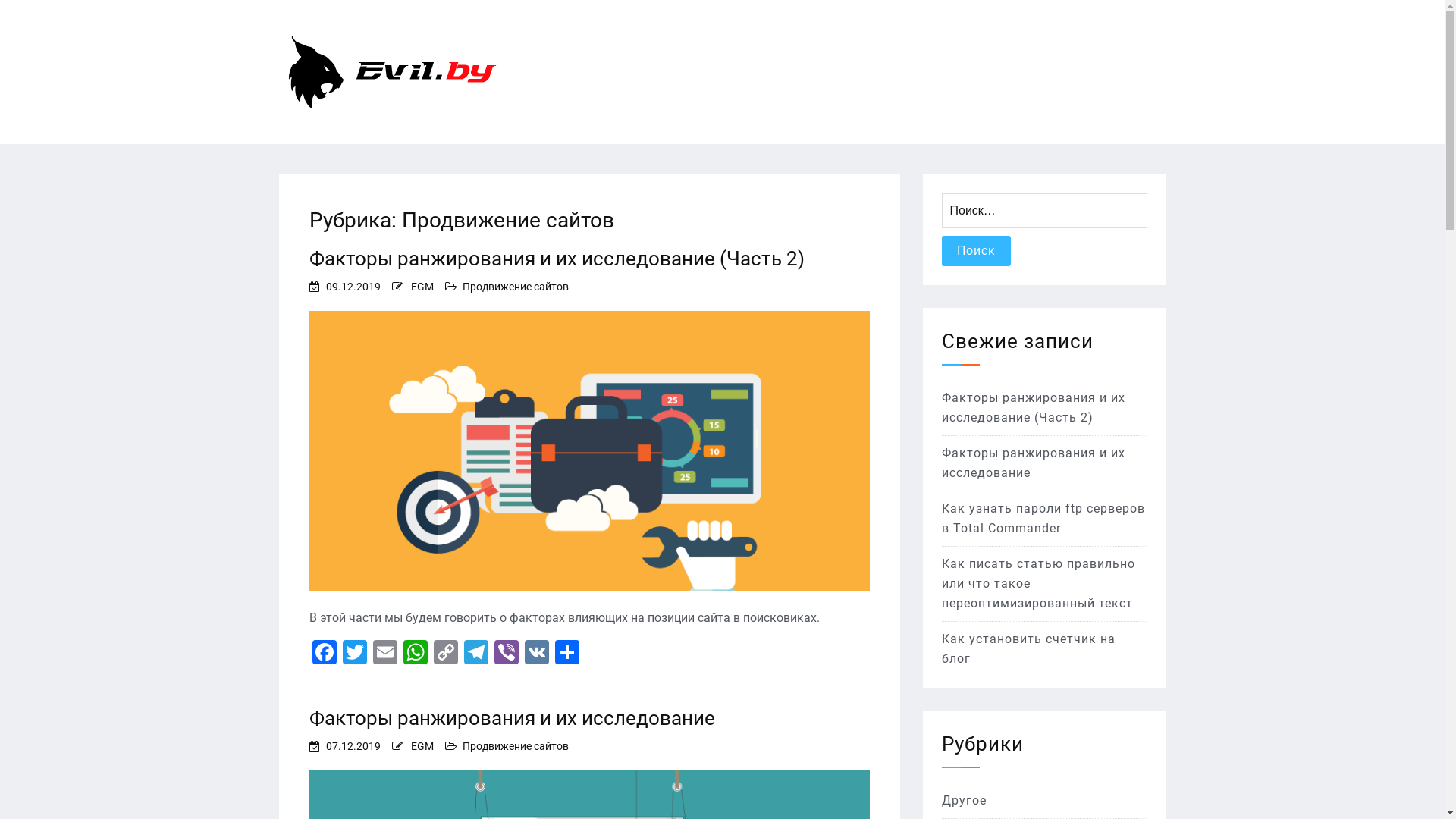 Image resolution: width=1456 pixels, height=819 pixels. I want to click on '07.12.2019', so click(352, 745).